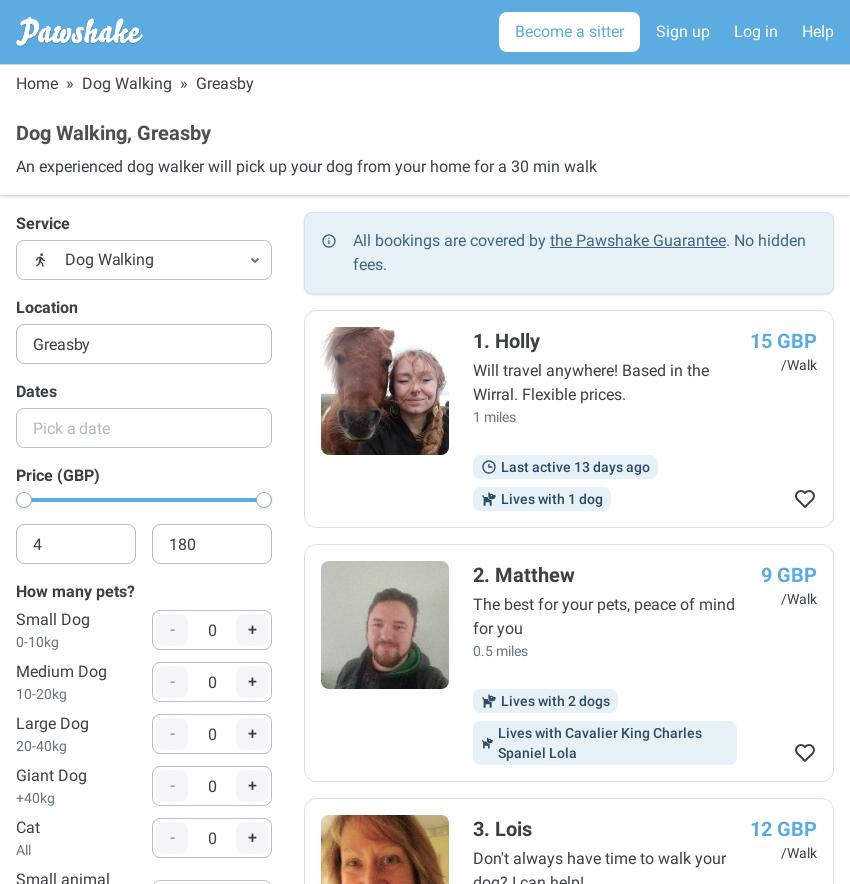  Describe the element at coordinates (473, 649) in the screenshot. I see `'0.5 miles'` at that location.